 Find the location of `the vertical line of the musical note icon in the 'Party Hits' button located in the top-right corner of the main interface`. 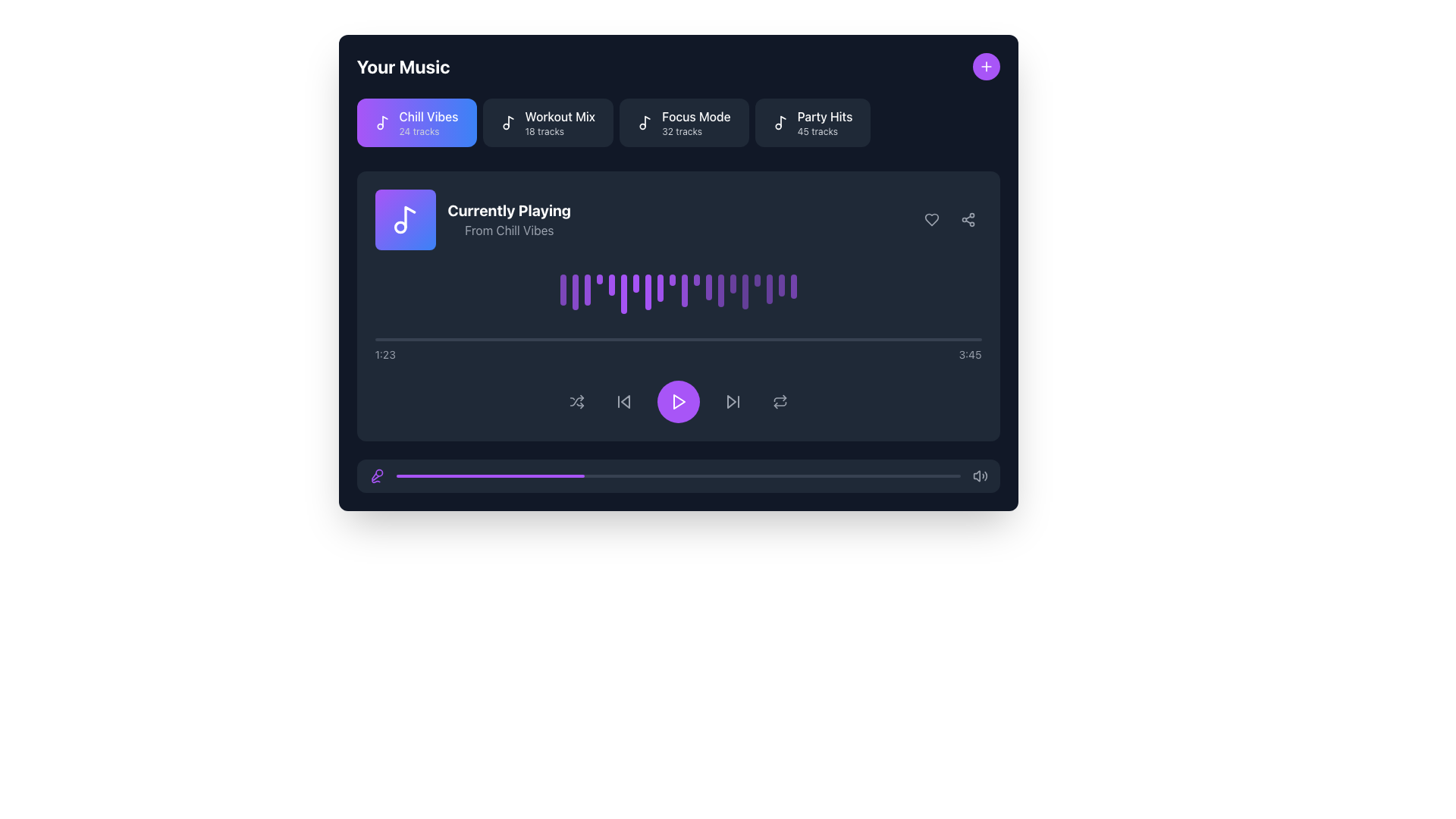

the vertical line of the musical note icon in the 'Party Hits' button located in the top-right corner of the main interface is located at coordinates (783, 121).